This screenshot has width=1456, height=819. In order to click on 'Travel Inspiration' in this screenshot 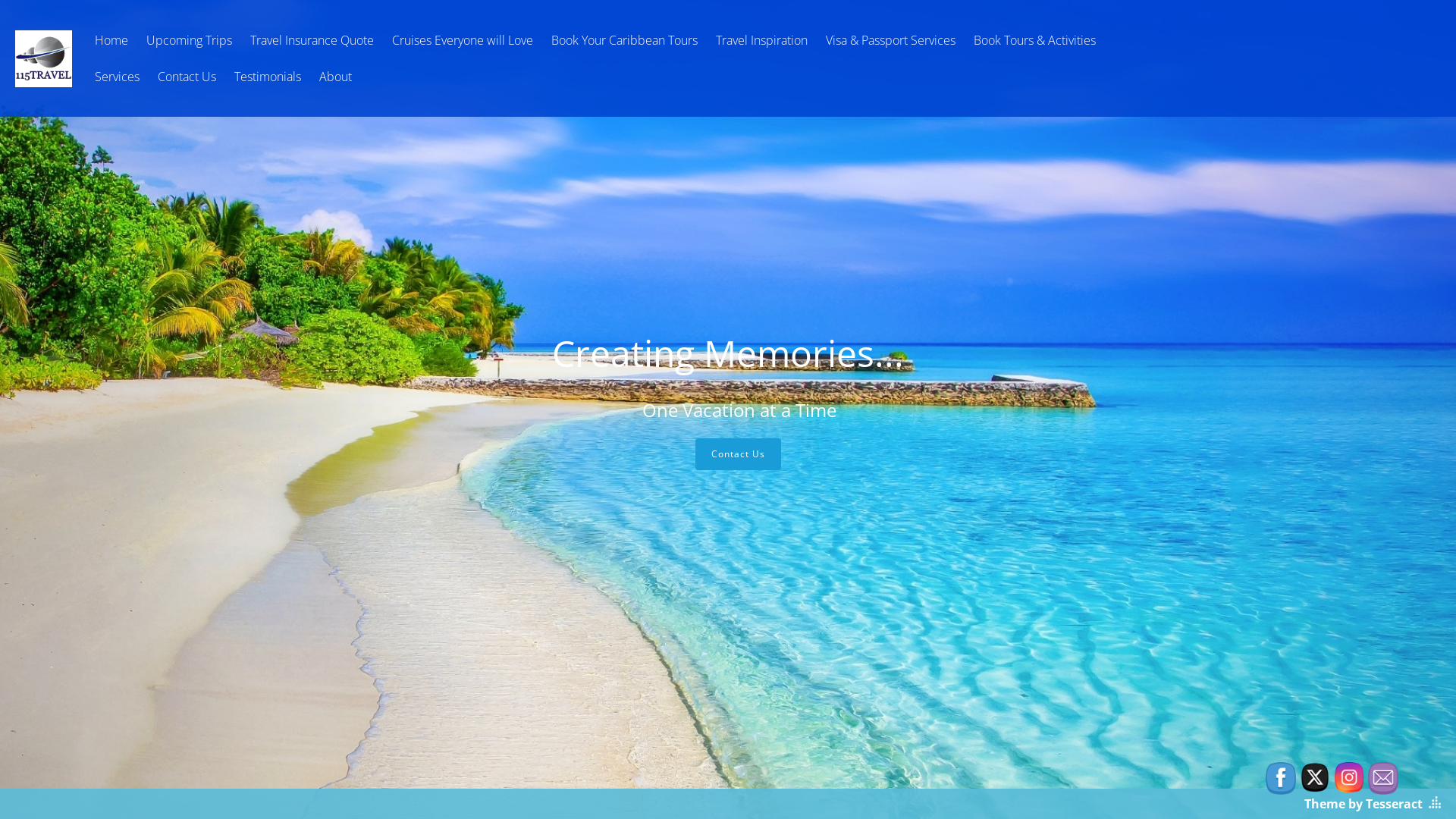, I will do `click(761, 39)`.